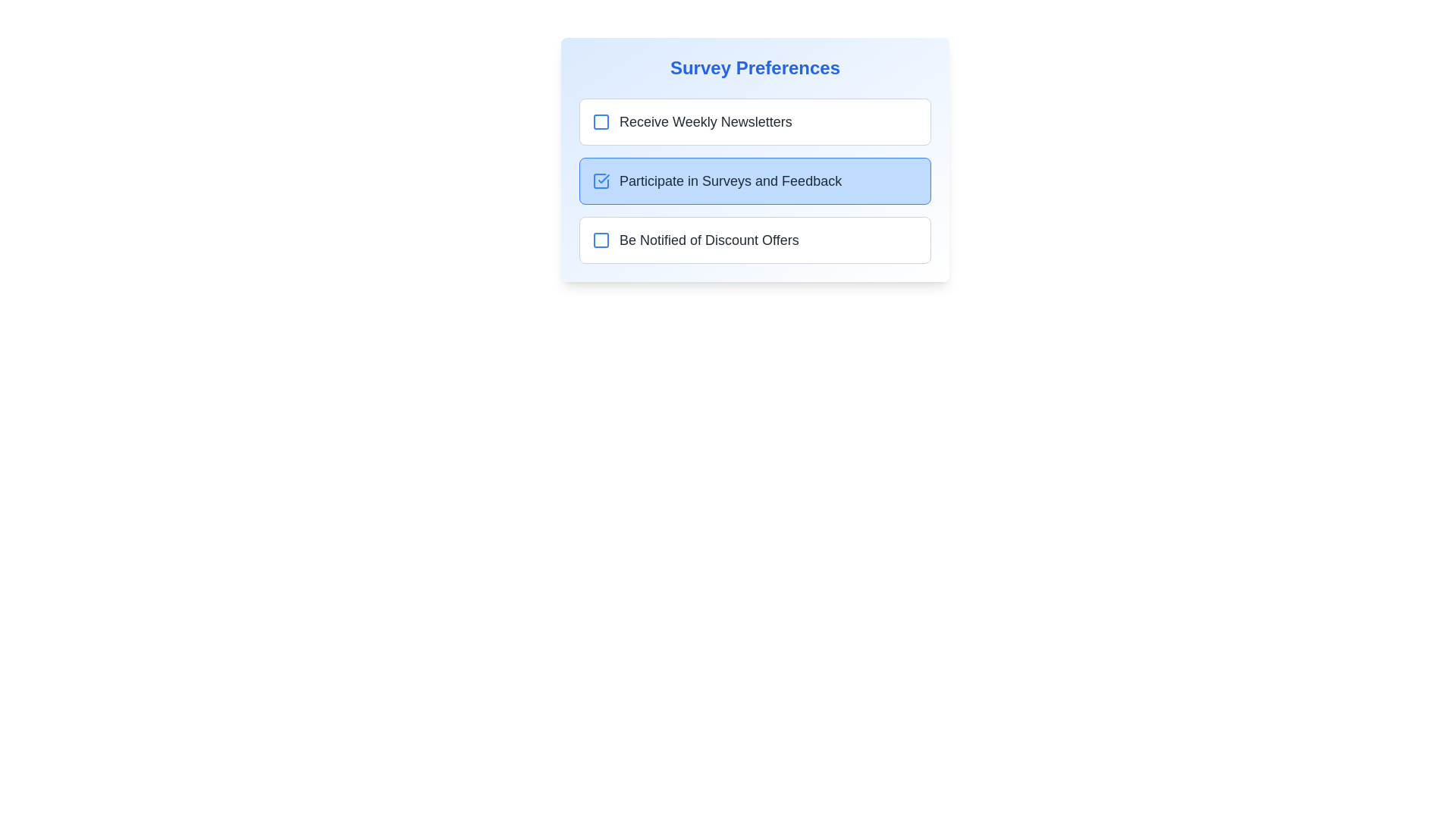 Image resolution: width=1456 pixels, height=819 pixels. Describe the element at coordinates (600, 121) in the screenshot. I see `the inner rectangle of the checkbox icon for the 'Receive Weekly Newsletters' preference in the 'Survey Preferences' section` at that location.